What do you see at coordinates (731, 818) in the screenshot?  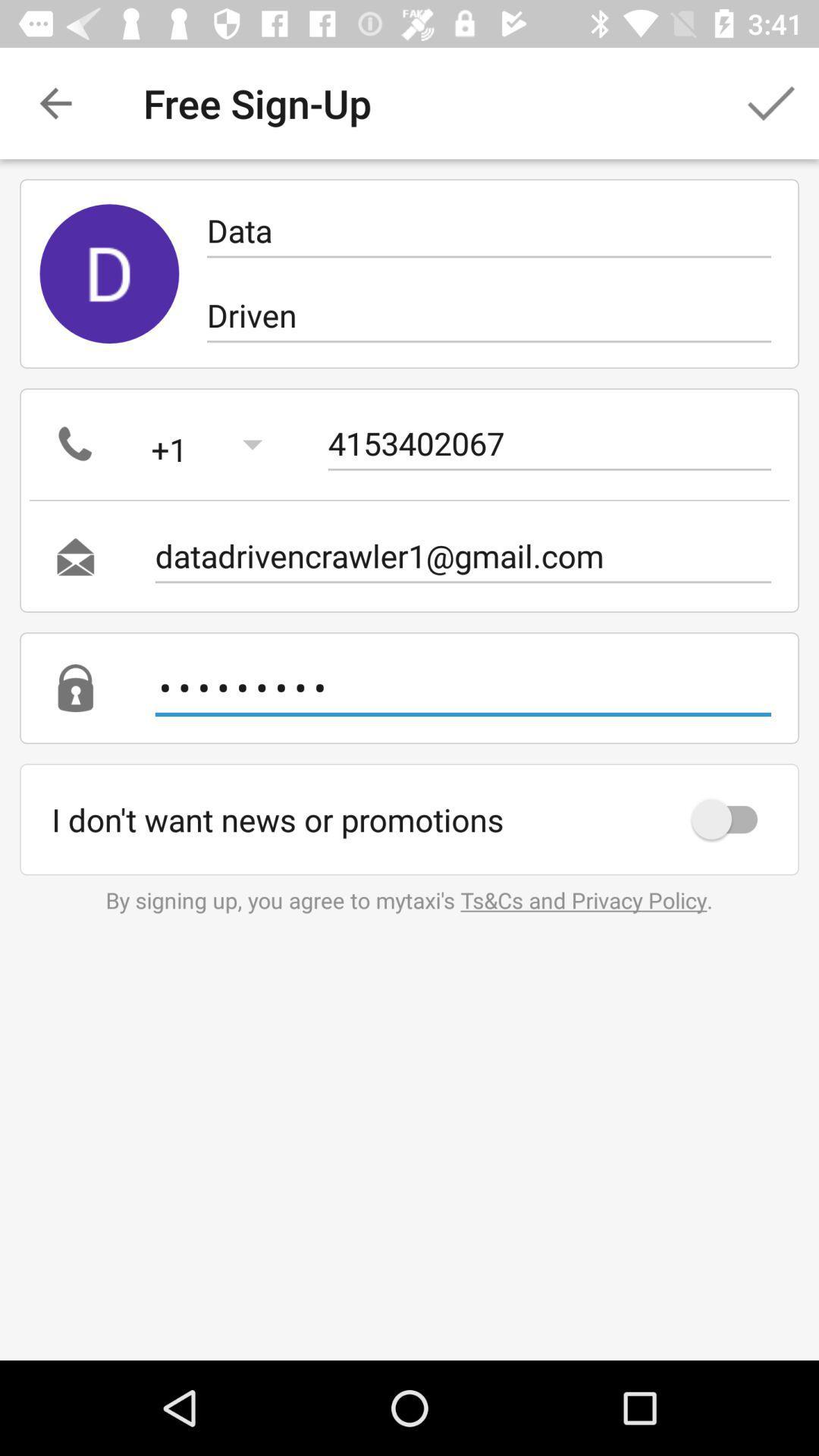 I see `icon on the right` at bounding box center [731, 818].